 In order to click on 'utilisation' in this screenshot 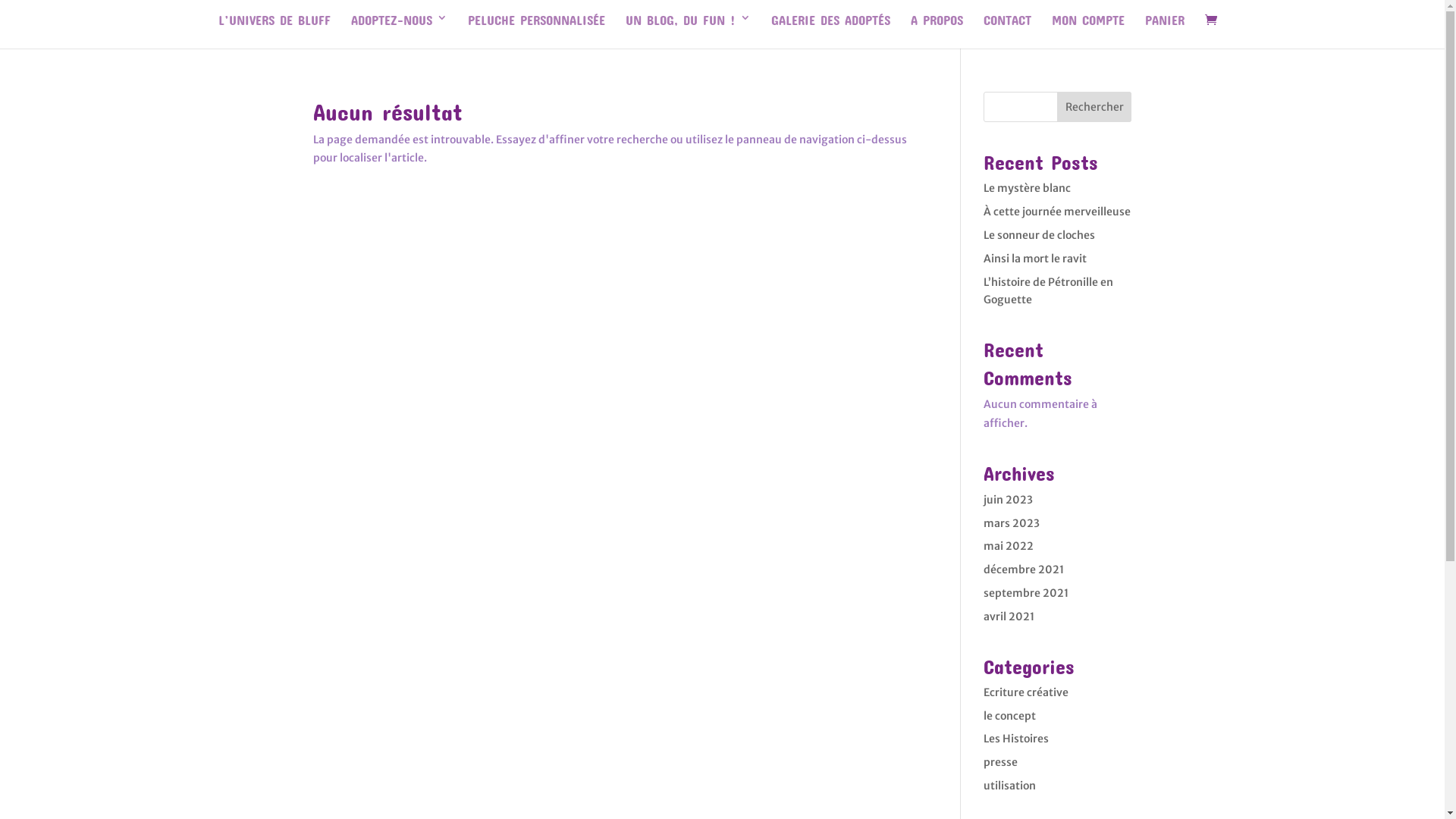, I will do `click(1009, 785)`.